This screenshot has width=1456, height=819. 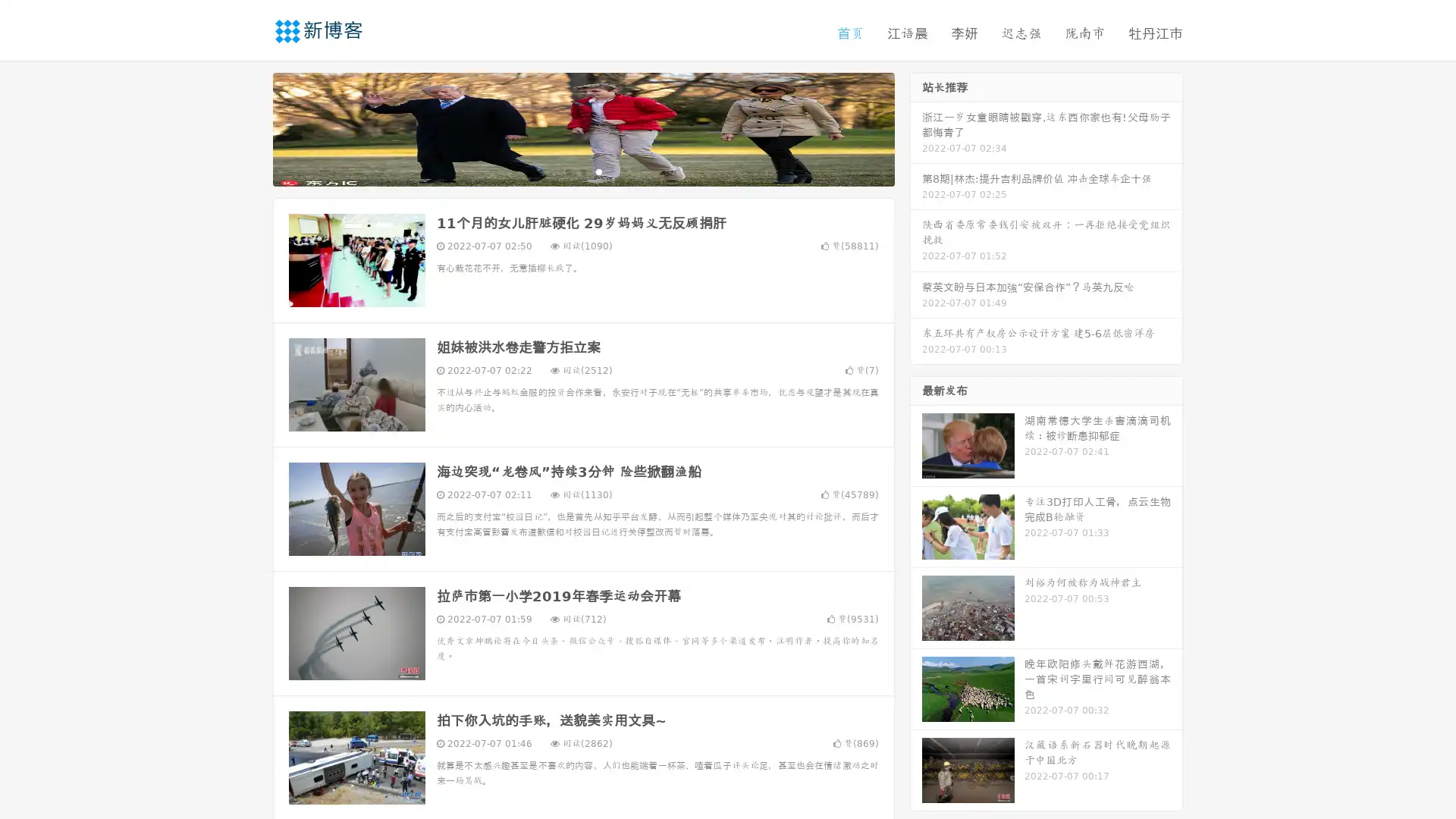 What do you see at coordinates (582, 171) in the screenshot?
I see `Go to slide 2` at bounding box center [582, 171].